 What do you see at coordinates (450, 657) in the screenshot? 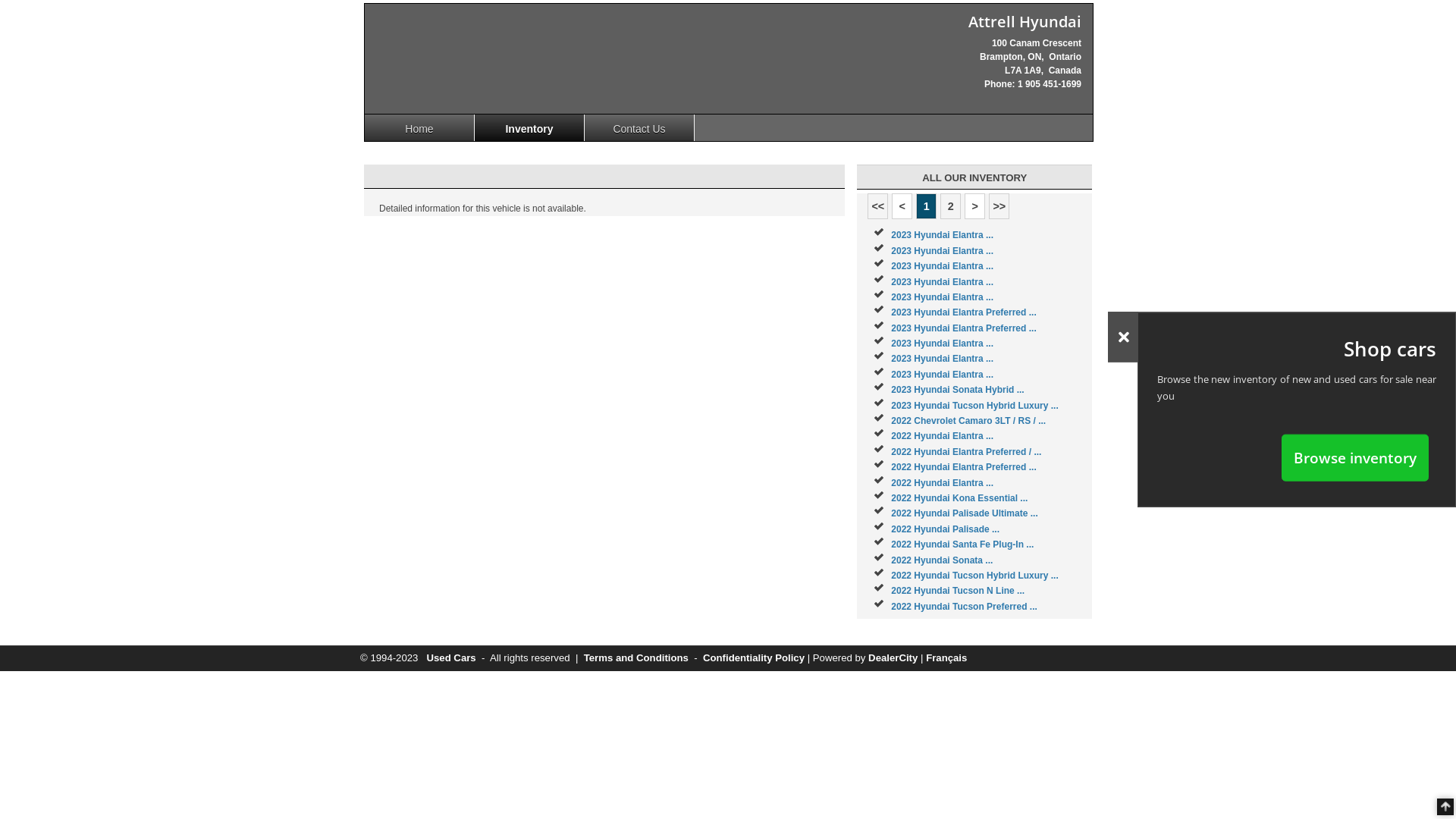
I see `'Used Cars'` at bounding box center [450, 657].